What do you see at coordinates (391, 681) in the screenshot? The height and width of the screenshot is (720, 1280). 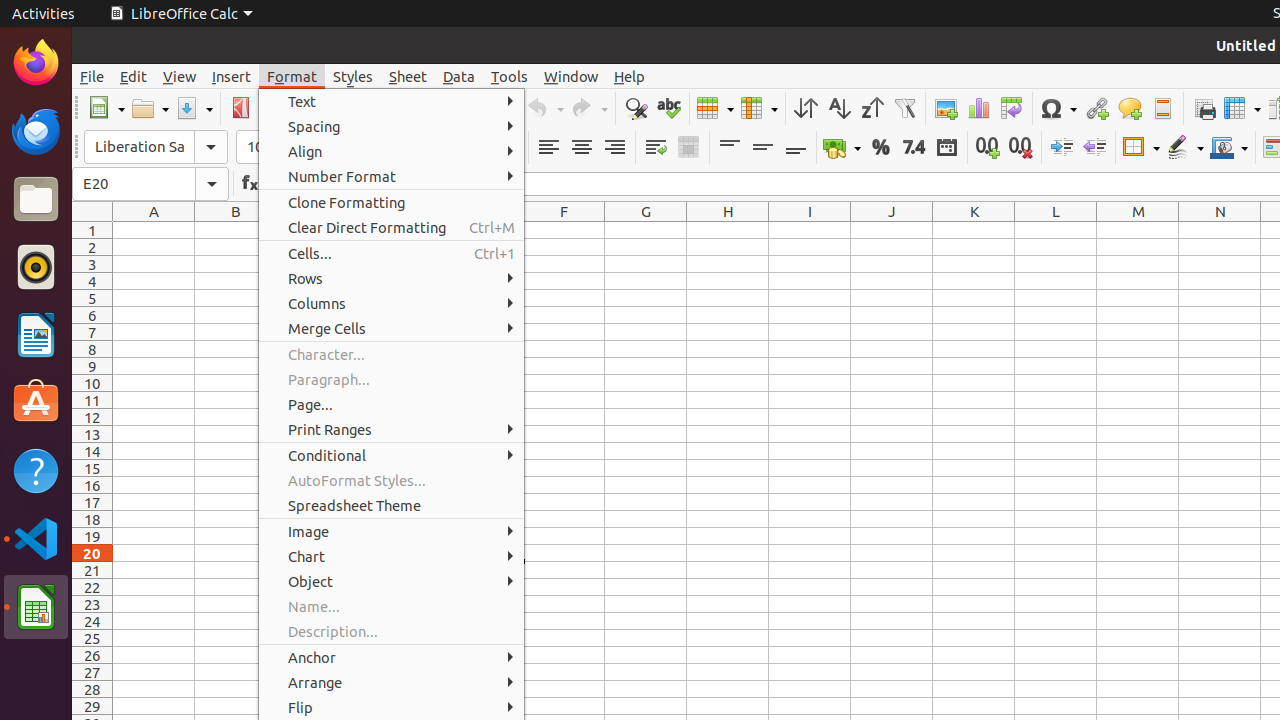 I see `'Arrange'` at bounding box center [391, 681].